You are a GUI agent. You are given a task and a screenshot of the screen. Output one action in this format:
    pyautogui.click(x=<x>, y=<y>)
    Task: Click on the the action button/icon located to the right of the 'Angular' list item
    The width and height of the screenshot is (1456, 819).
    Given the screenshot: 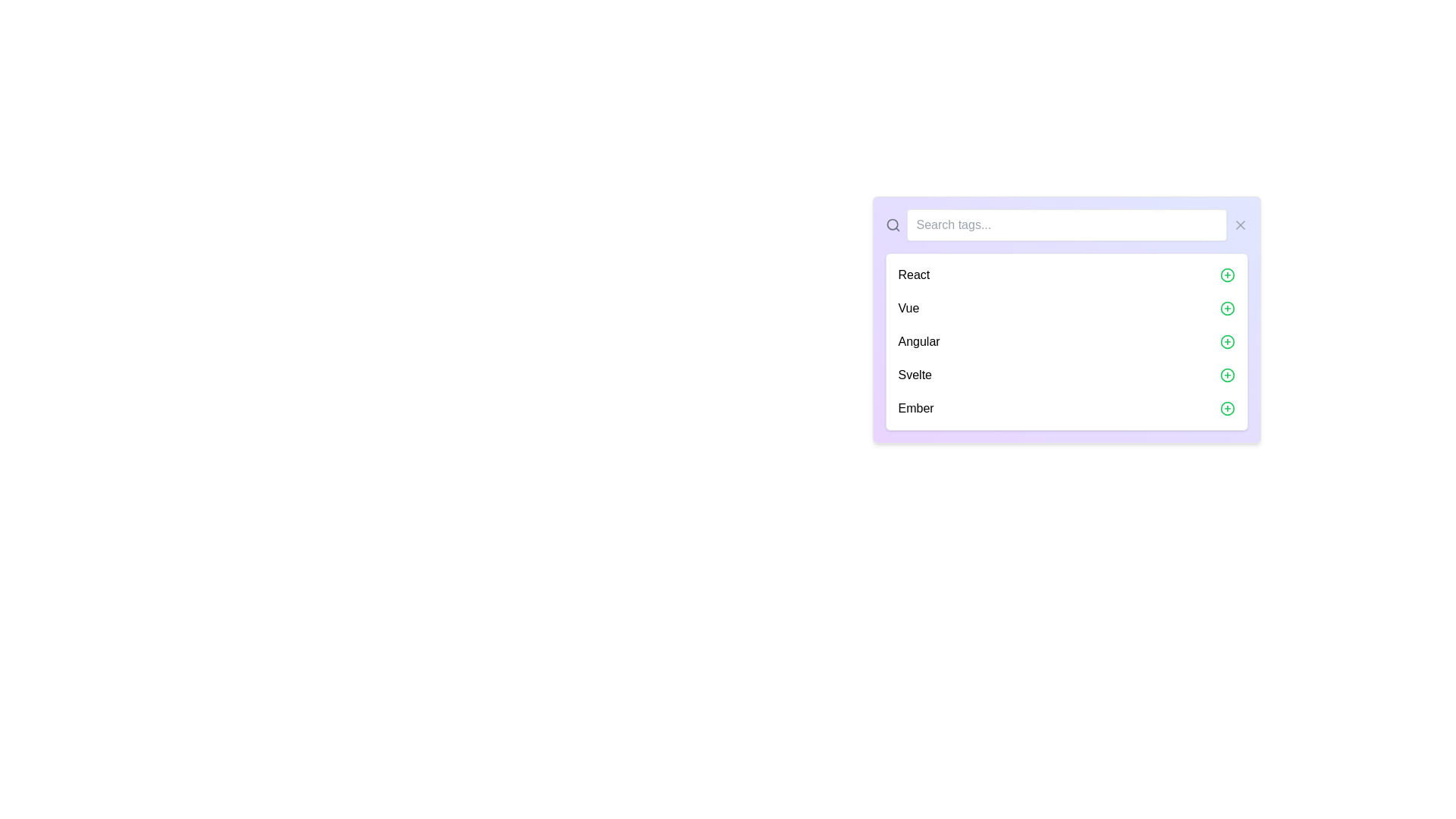 What is the action you would take?
    pyautogui.click(x=1227, y=342)
    